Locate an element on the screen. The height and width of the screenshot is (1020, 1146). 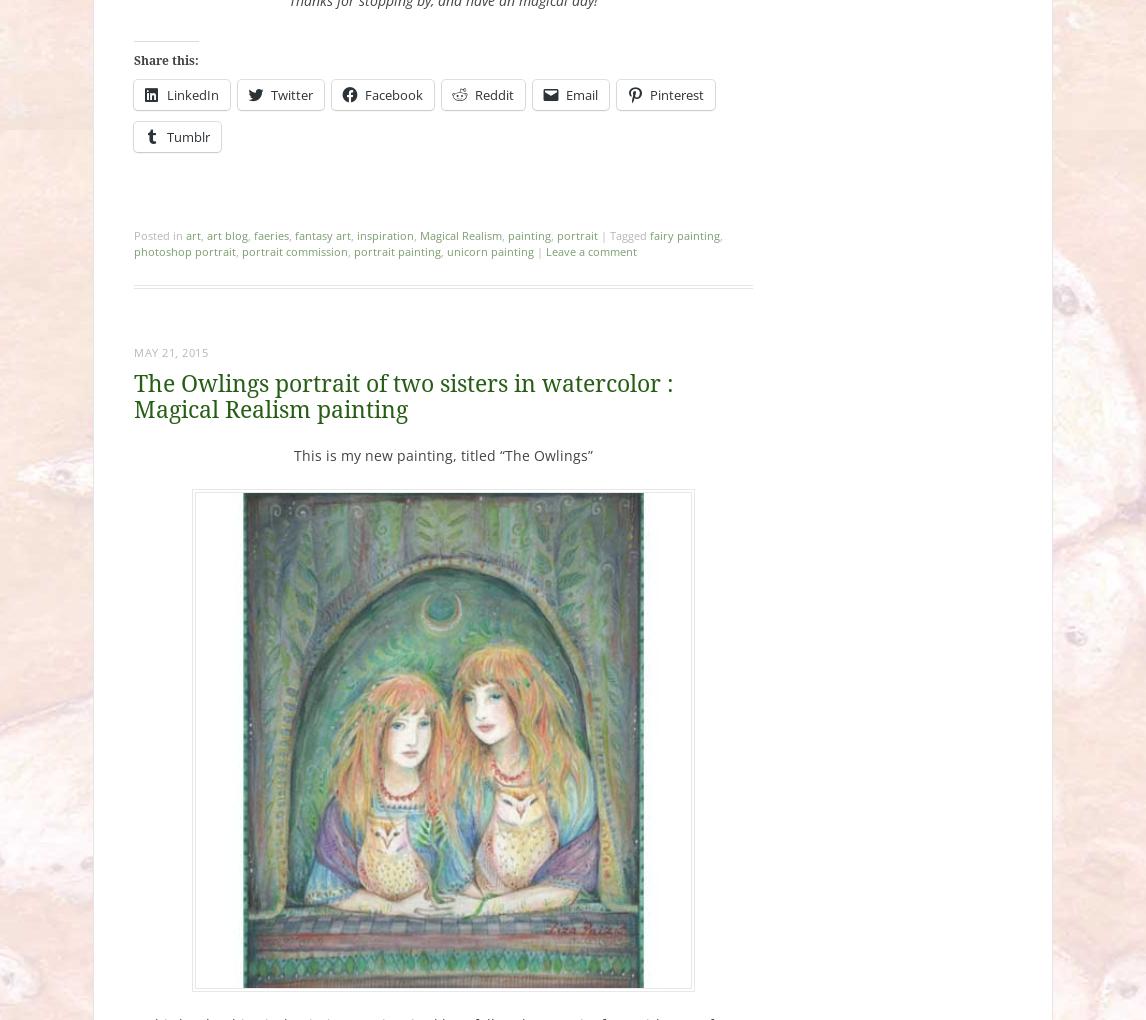
'photoshop portrait' is located at coordinates (184, 251).